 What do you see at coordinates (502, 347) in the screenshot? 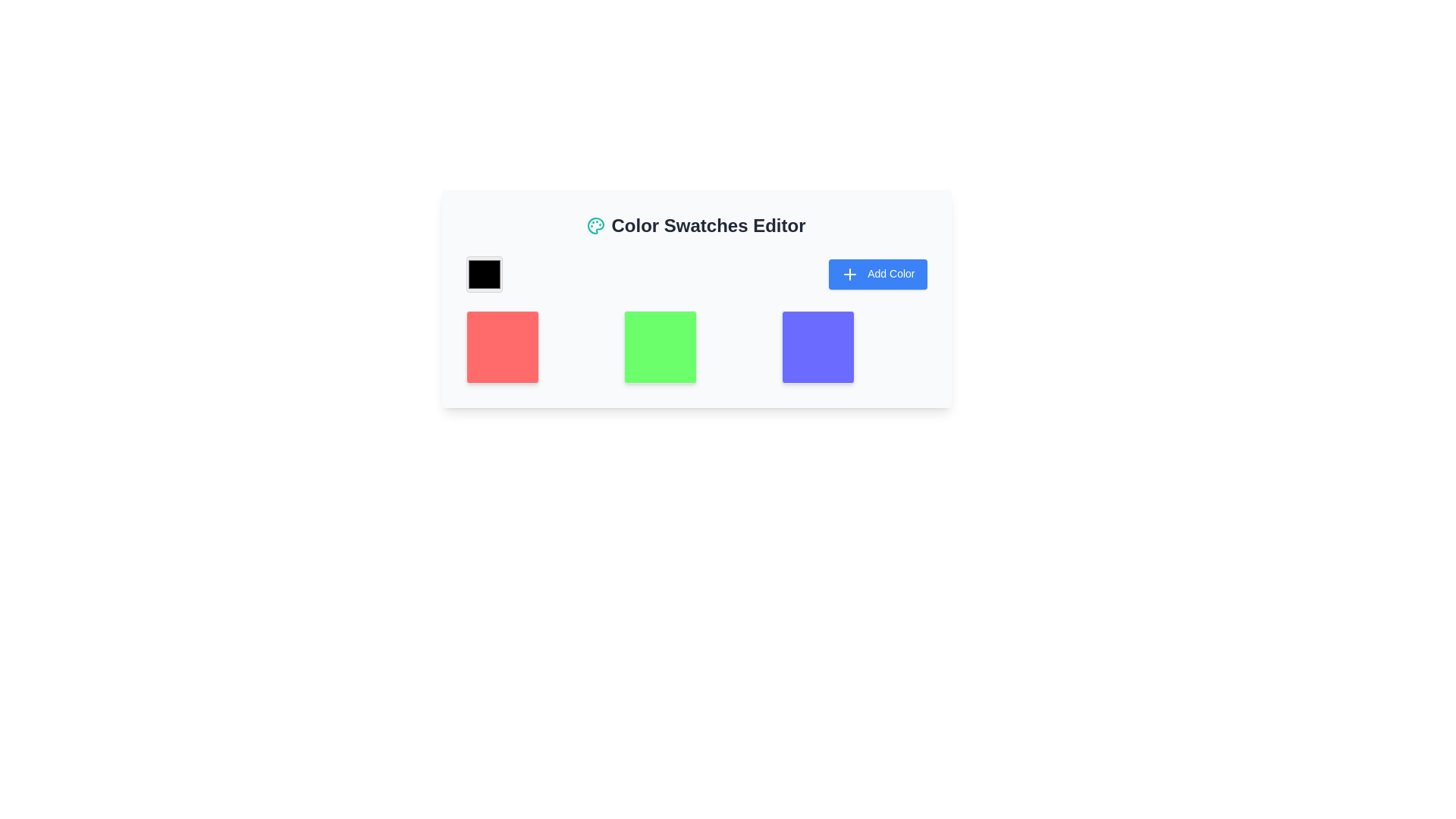
I see `the red color swatch box by clicking on it, which is located in the second position from the left in a horizontal row of color swatches` at bounding box center [502, 347].